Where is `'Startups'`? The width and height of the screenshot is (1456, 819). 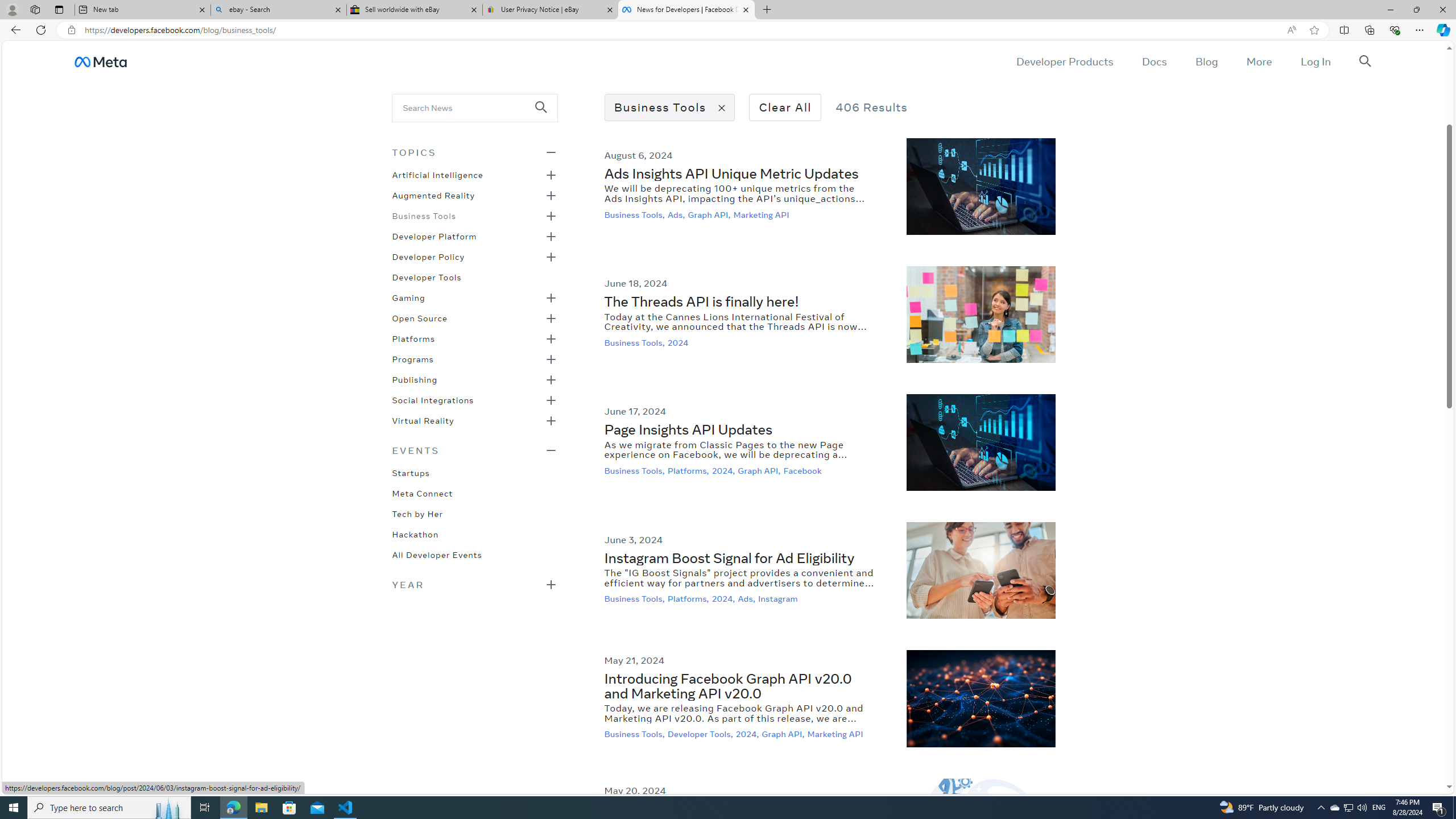
'Startups' is located at coordinates (410, 472).